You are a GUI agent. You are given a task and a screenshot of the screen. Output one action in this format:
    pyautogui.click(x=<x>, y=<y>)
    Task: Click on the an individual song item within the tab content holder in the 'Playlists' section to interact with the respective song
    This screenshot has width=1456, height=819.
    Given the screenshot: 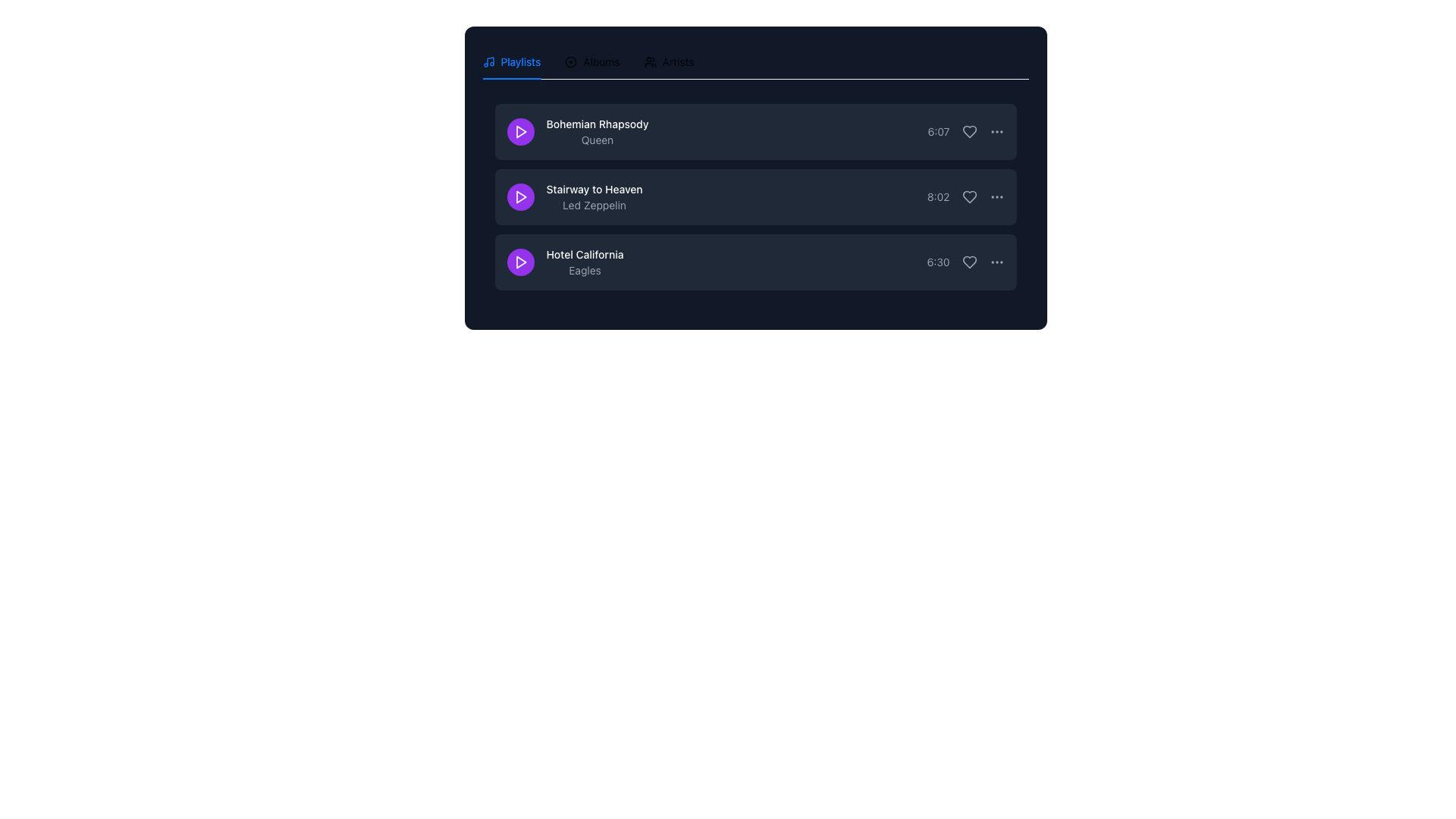 What is the action you would take?
    pyautogui.click(x=755, y=201)
    